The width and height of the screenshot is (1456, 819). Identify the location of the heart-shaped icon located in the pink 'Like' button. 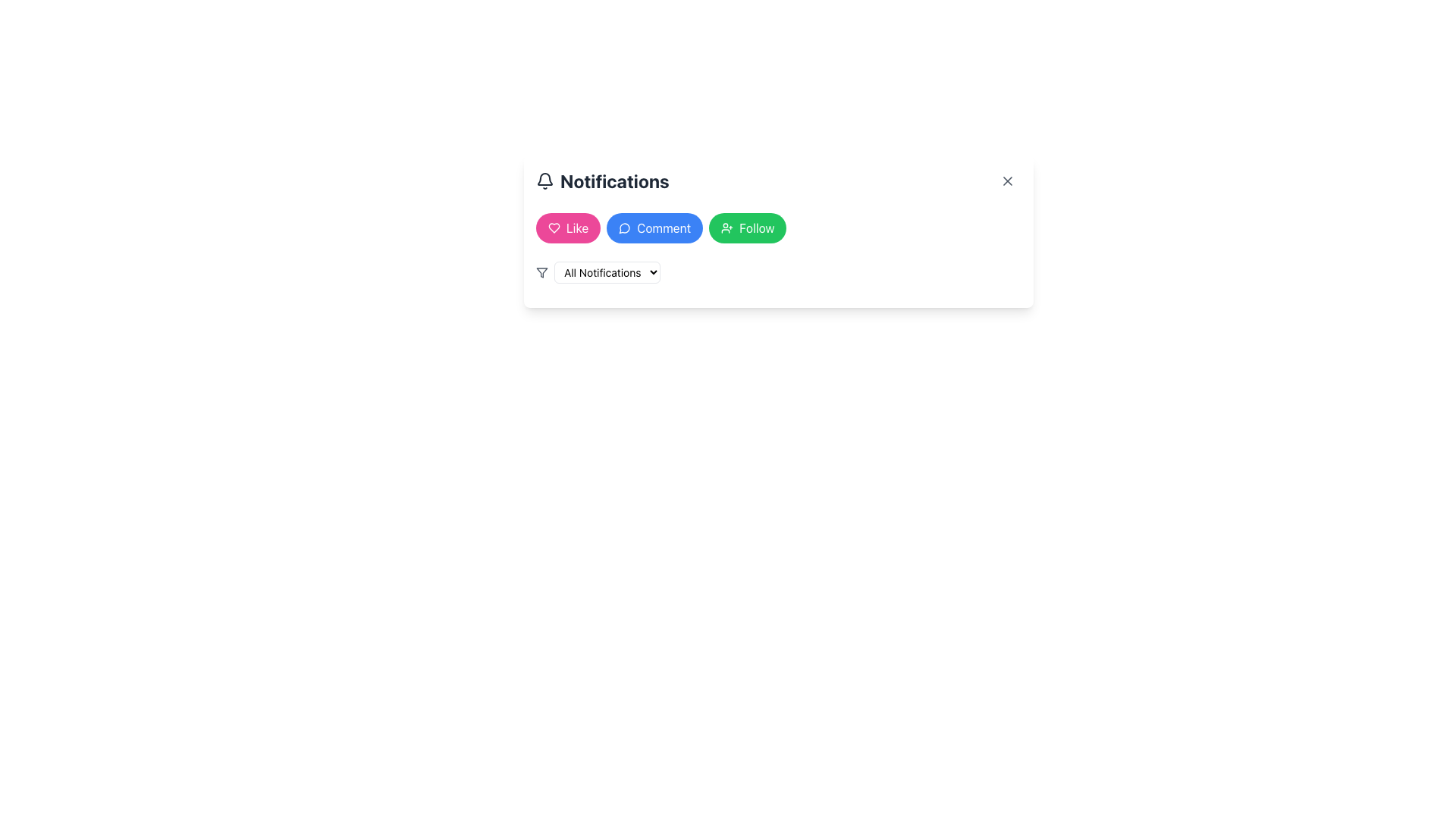
(553, 227).